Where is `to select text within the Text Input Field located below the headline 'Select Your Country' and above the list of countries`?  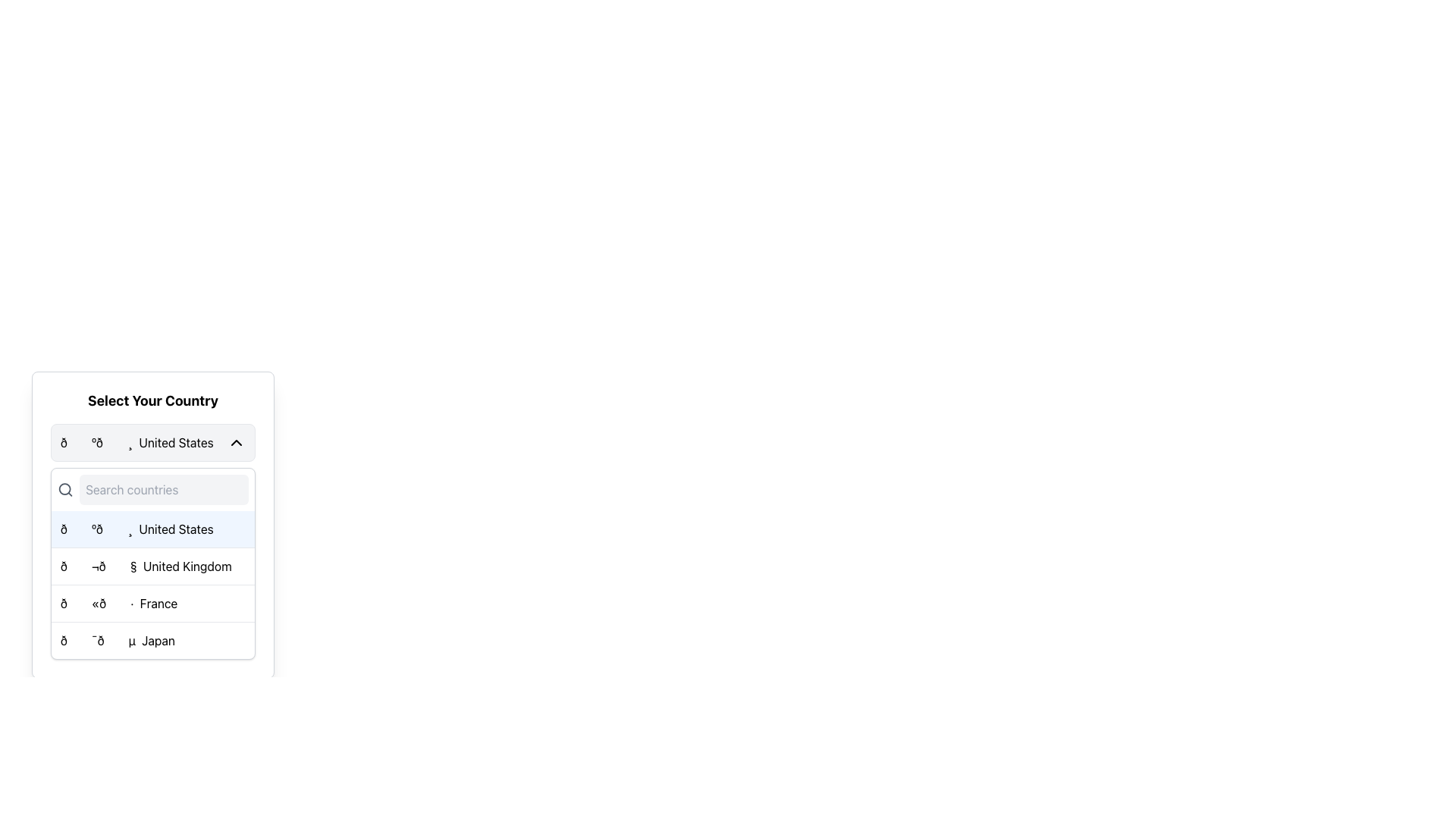
to select text within the Text Input Field located below the headline 'Select Your Country' and above the list of countries is located at coordinates (152, 489).